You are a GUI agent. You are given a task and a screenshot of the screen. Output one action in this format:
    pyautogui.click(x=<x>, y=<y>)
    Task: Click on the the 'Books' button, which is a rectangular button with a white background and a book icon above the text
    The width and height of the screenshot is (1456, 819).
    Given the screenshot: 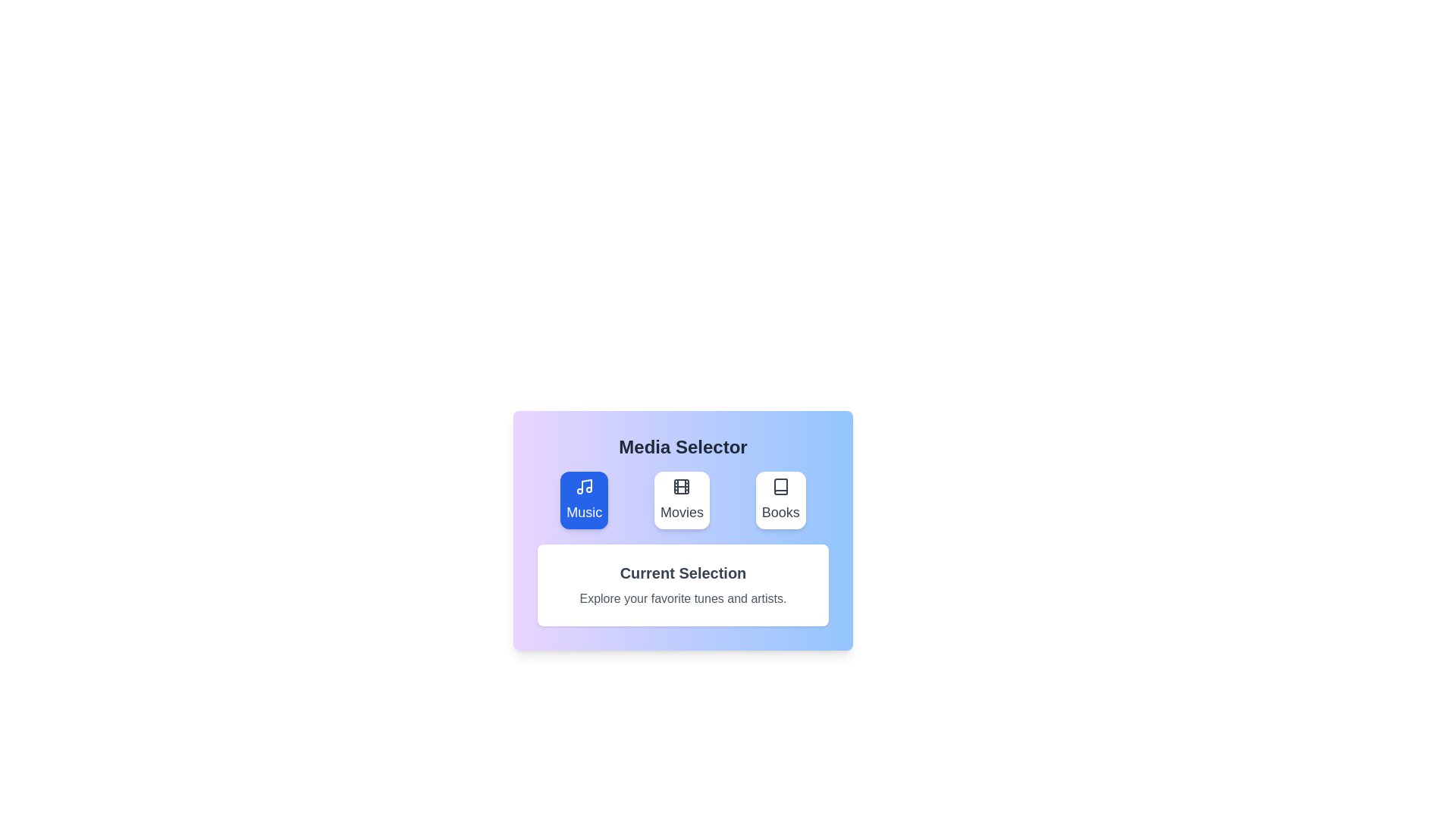 What is the action you would take?
    pyautogui.click(x=780, y=500)
    